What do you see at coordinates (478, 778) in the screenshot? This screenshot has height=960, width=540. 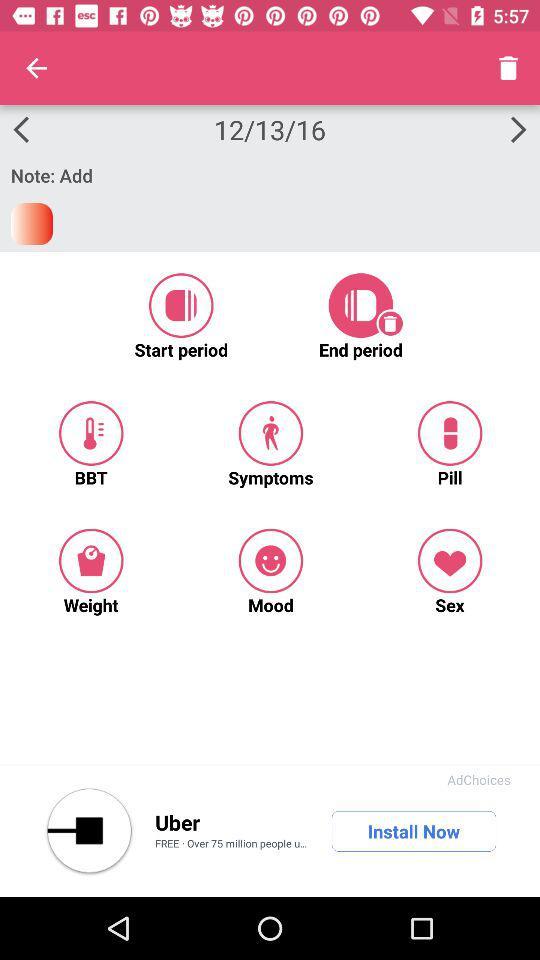 I see `the adchoices app` at bounding box center [478, 778].